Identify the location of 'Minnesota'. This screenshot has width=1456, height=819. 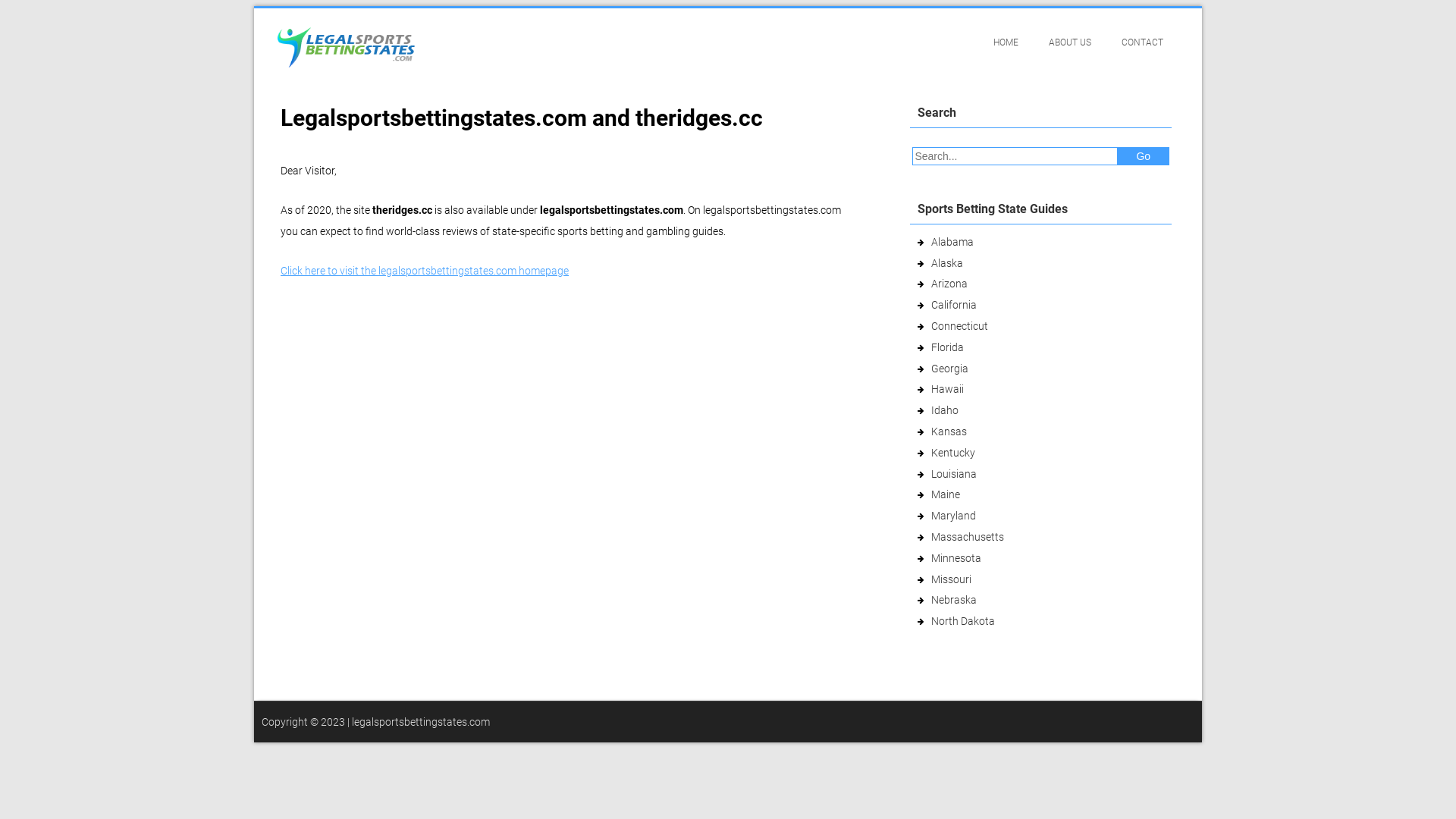
(955, 558).